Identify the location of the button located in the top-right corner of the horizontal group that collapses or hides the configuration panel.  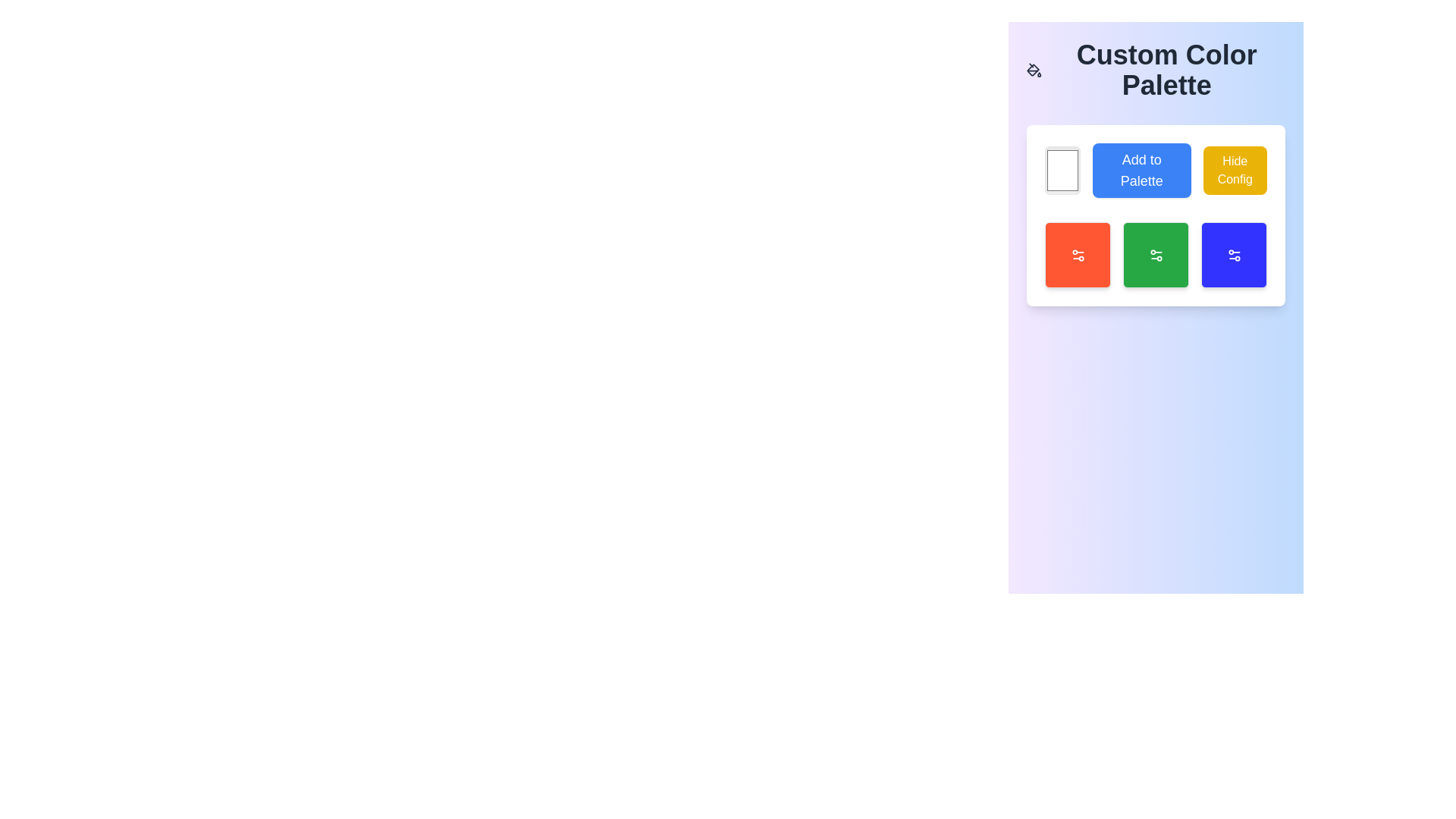
(1235, 170).